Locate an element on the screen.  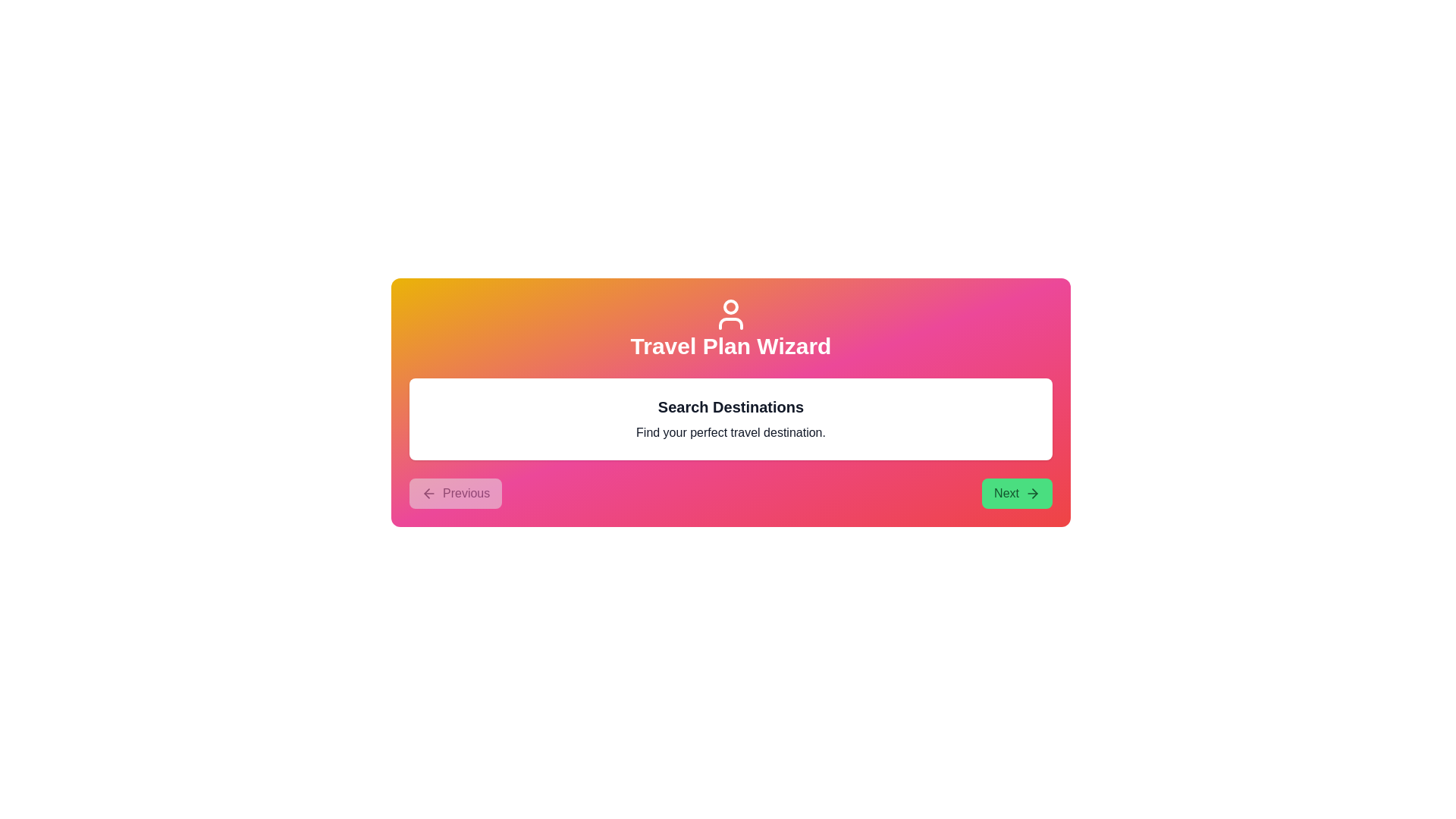
the green rectangular button labeled 'Next' is located at coordinates (1017, 494).